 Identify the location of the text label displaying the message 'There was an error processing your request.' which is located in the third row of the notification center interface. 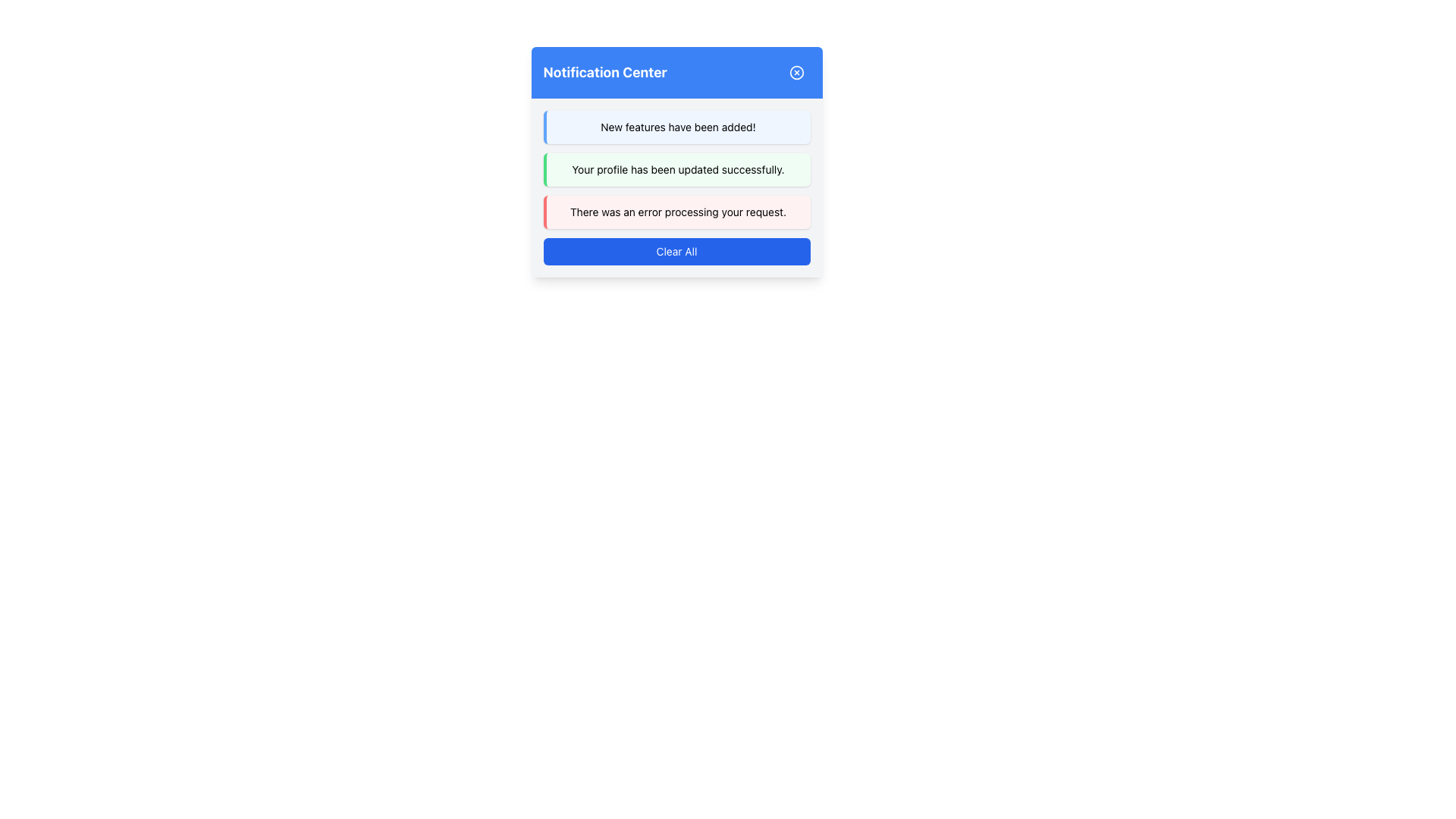
(677, 212).